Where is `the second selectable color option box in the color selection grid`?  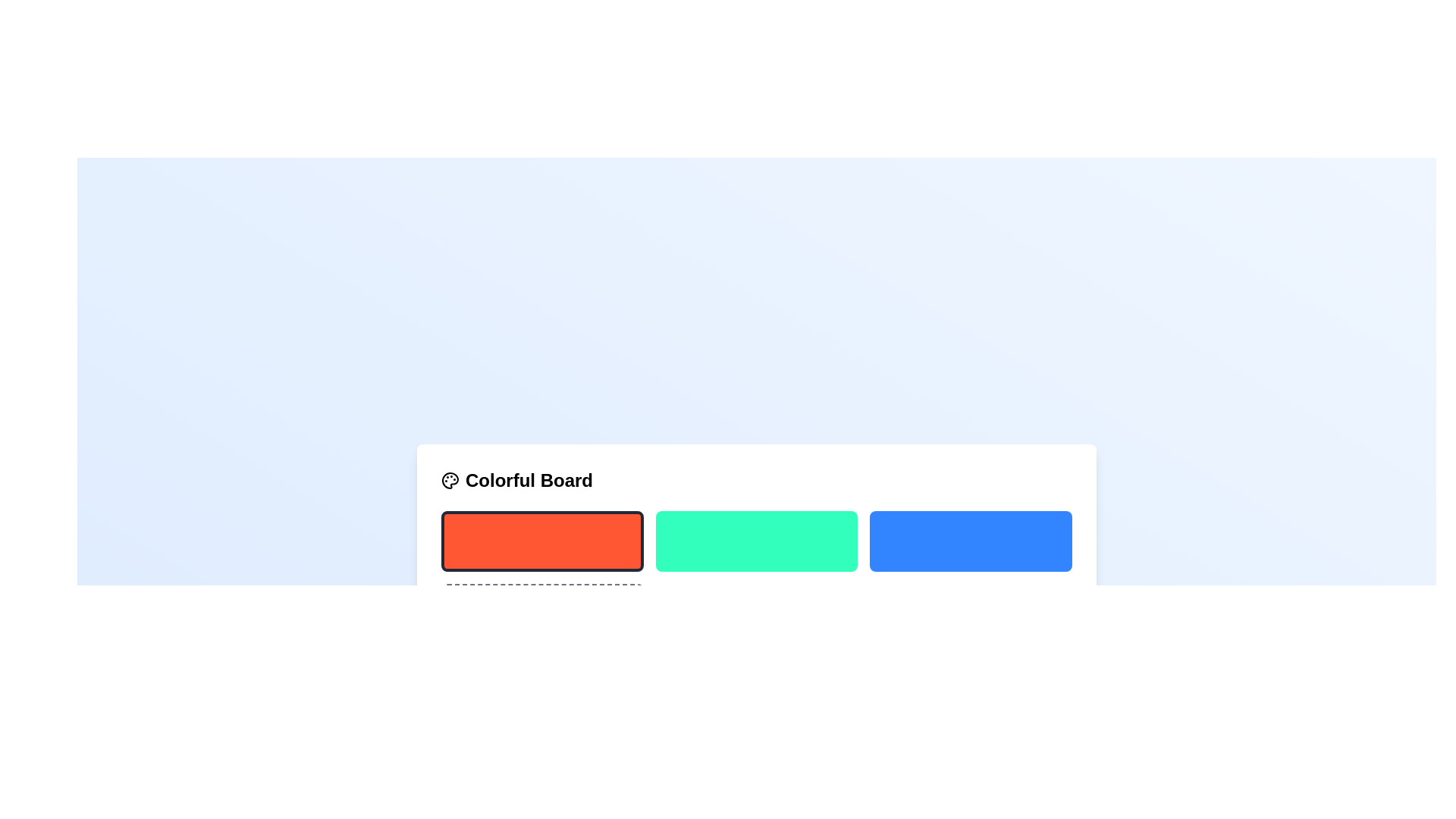 the second selectable color option box in the color selection grid is located at coordinates (757, 567).